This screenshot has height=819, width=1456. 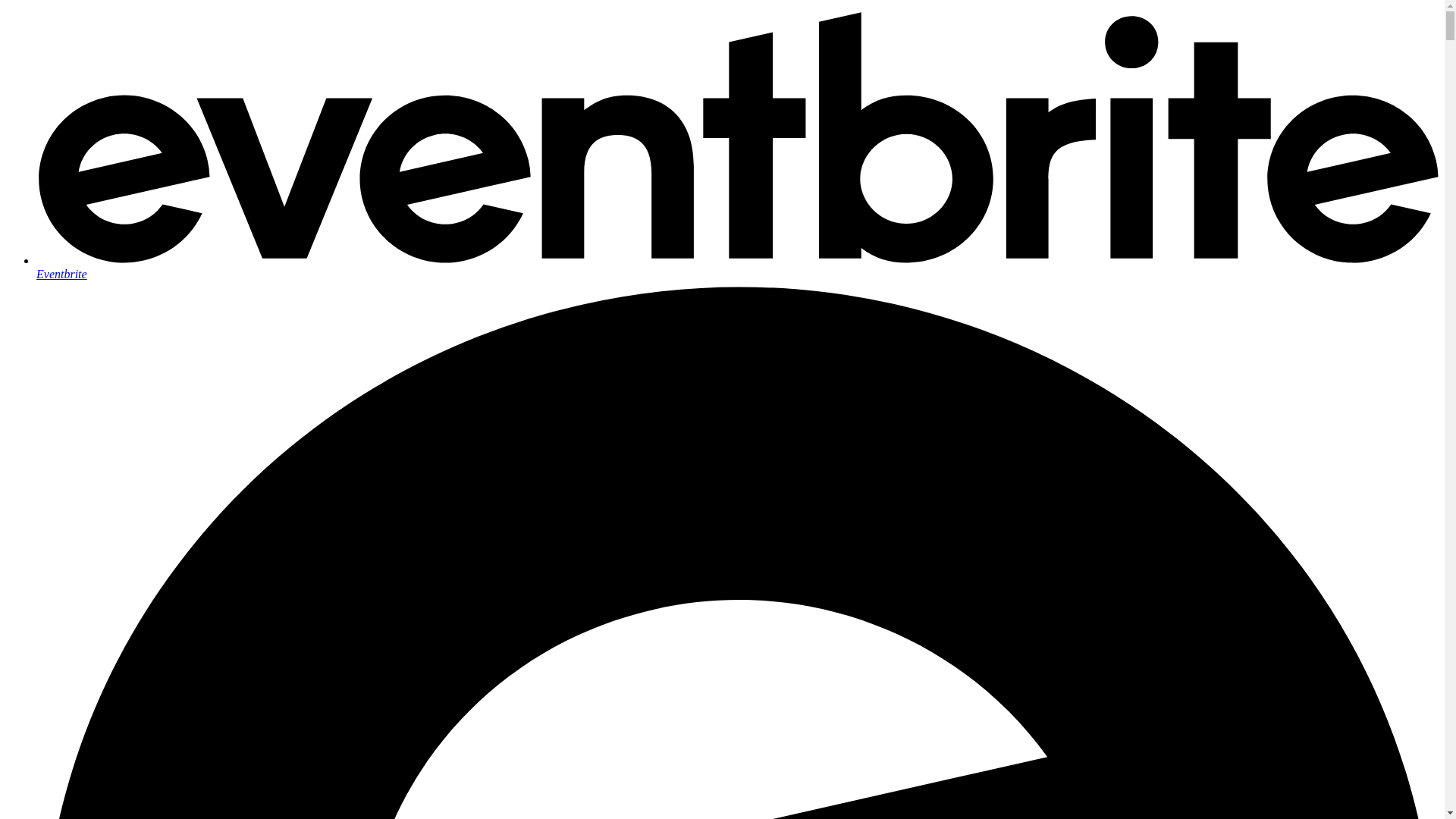 What do you see at coordinates (737, 266) in the screenshot?
I see `'Eventbrite'` at bounding box center [737, 266].